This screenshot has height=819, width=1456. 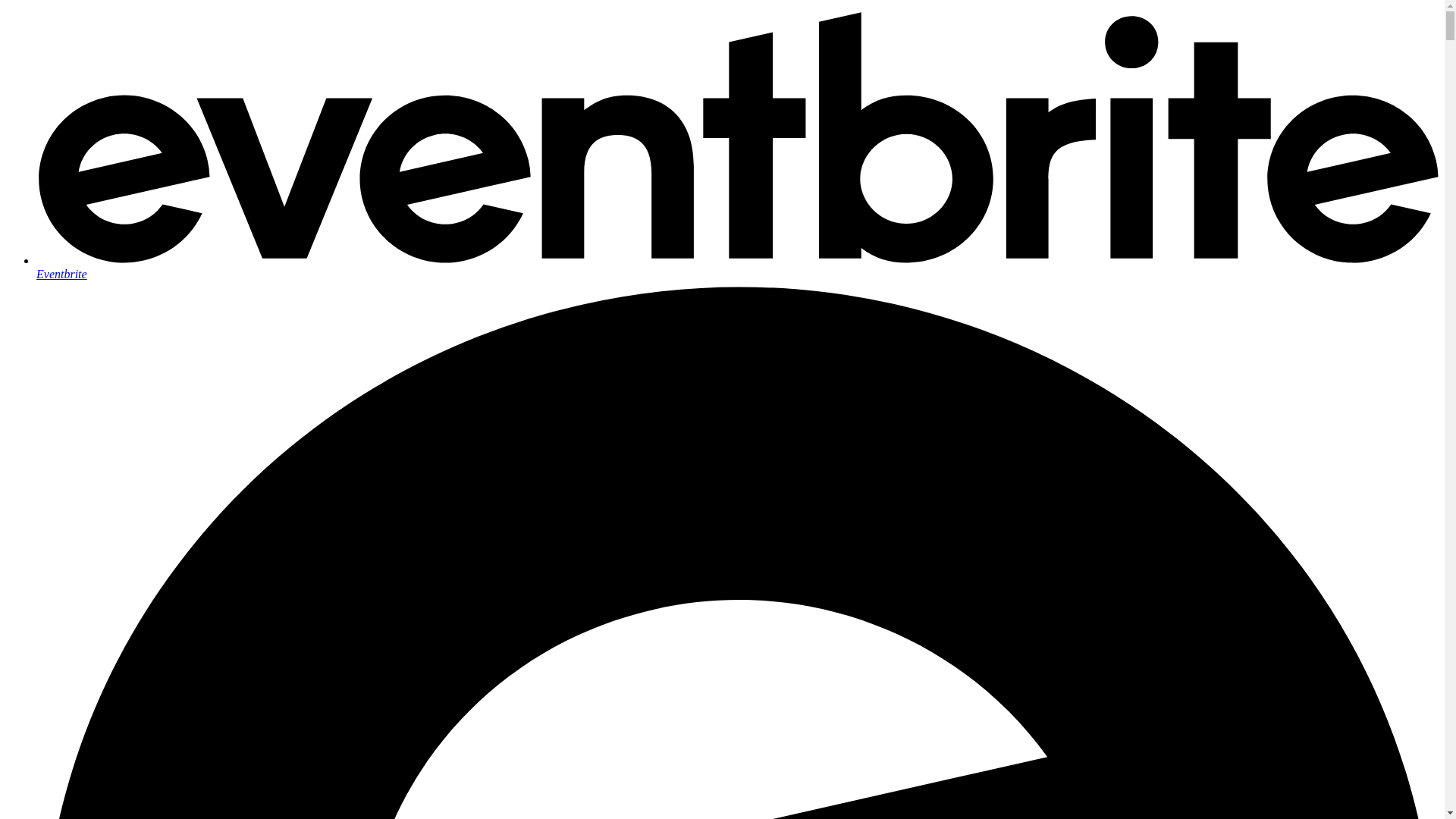 What do you see at coordinates (737, 266) in the screenshot?
I see `'Eventbrite'` at bounding box center [737, 266].